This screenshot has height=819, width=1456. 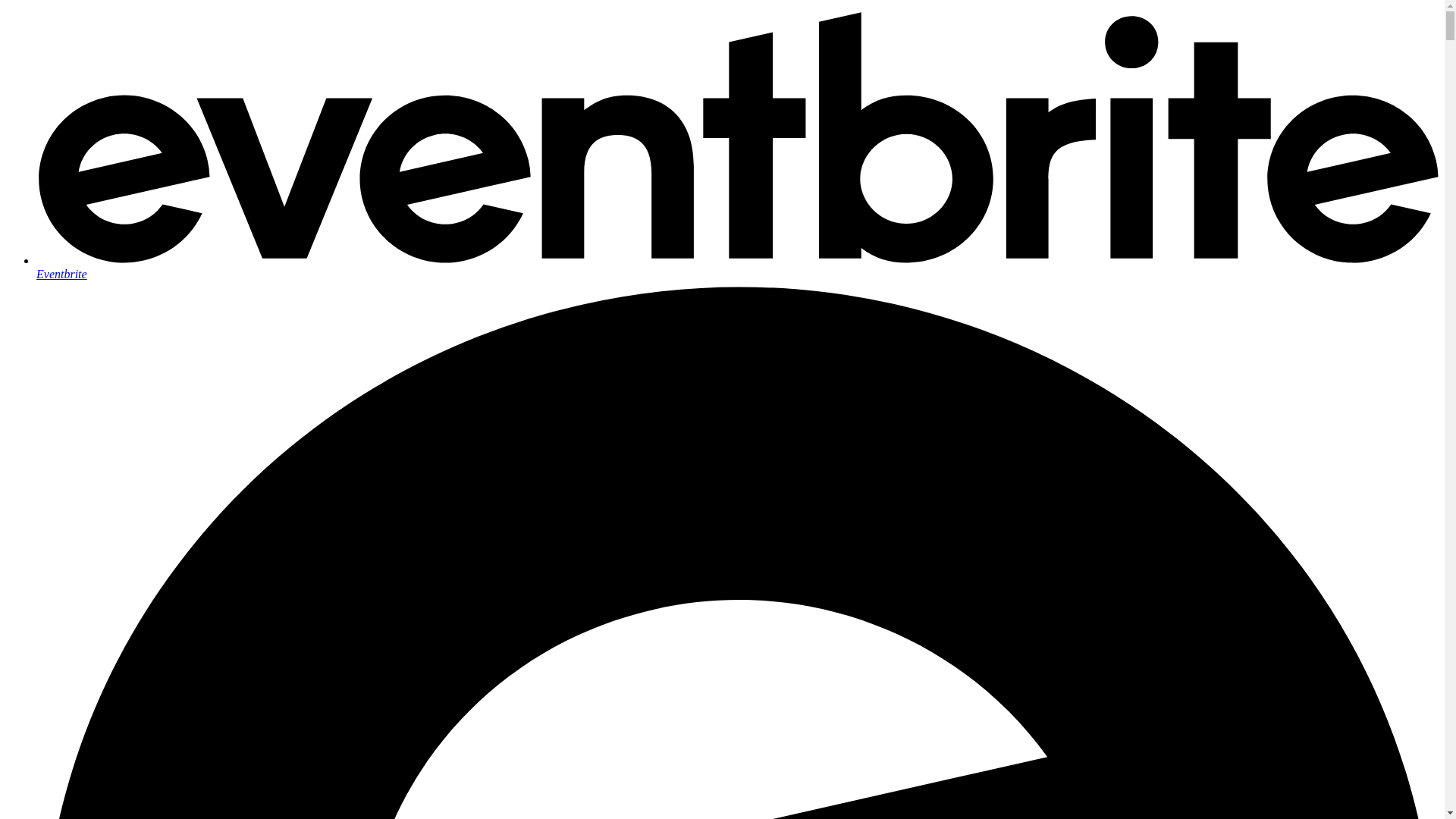 What do you see at coordinates (737, 266) in the screenshot?
I see `'Eventbrite'` at bounding box center [737, 266].